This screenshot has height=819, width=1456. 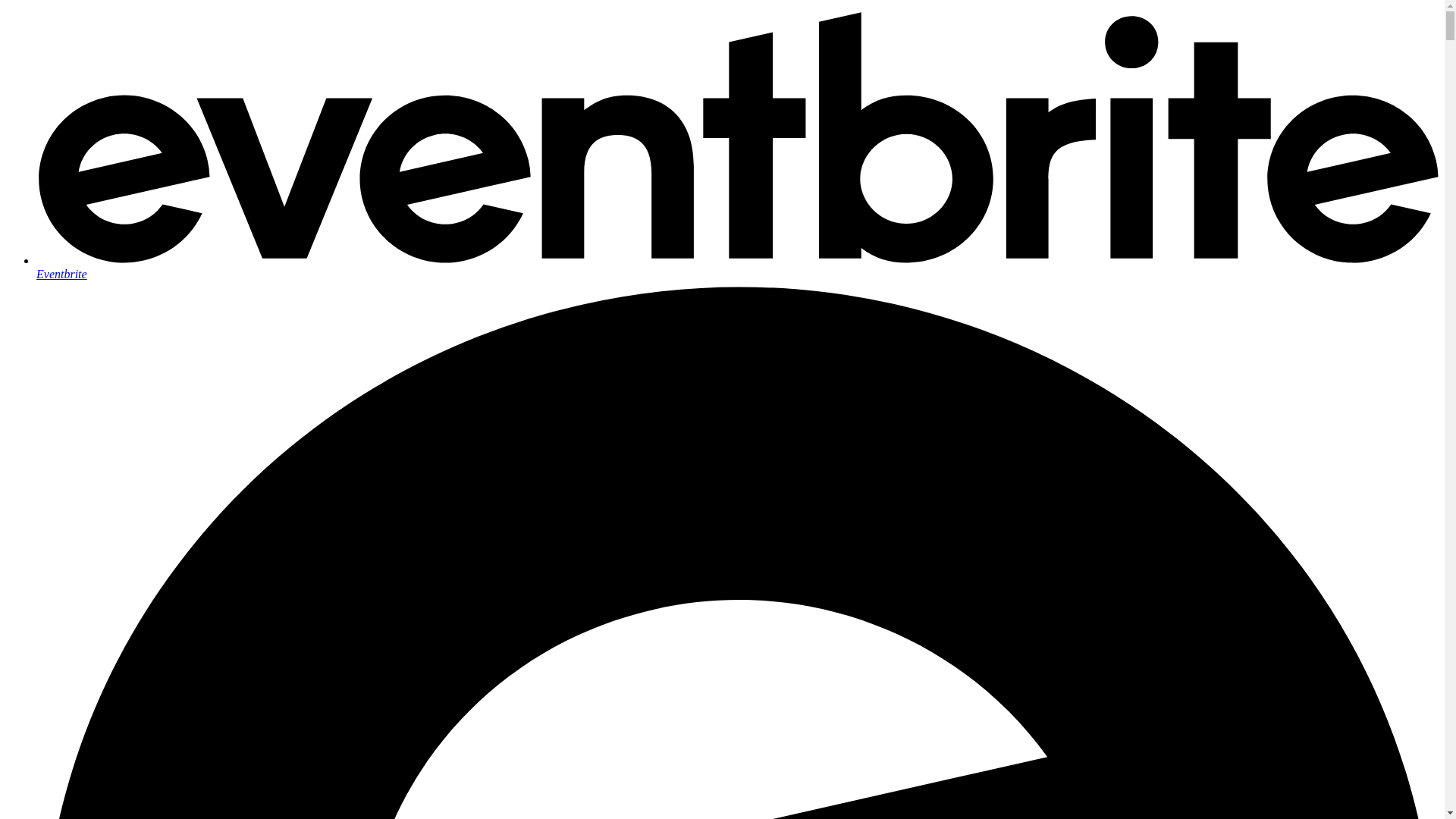 What do you see at coordinates (737, 266) in the screenshot?
I see `'Eventbrite'` at bounding box center [737, 266].